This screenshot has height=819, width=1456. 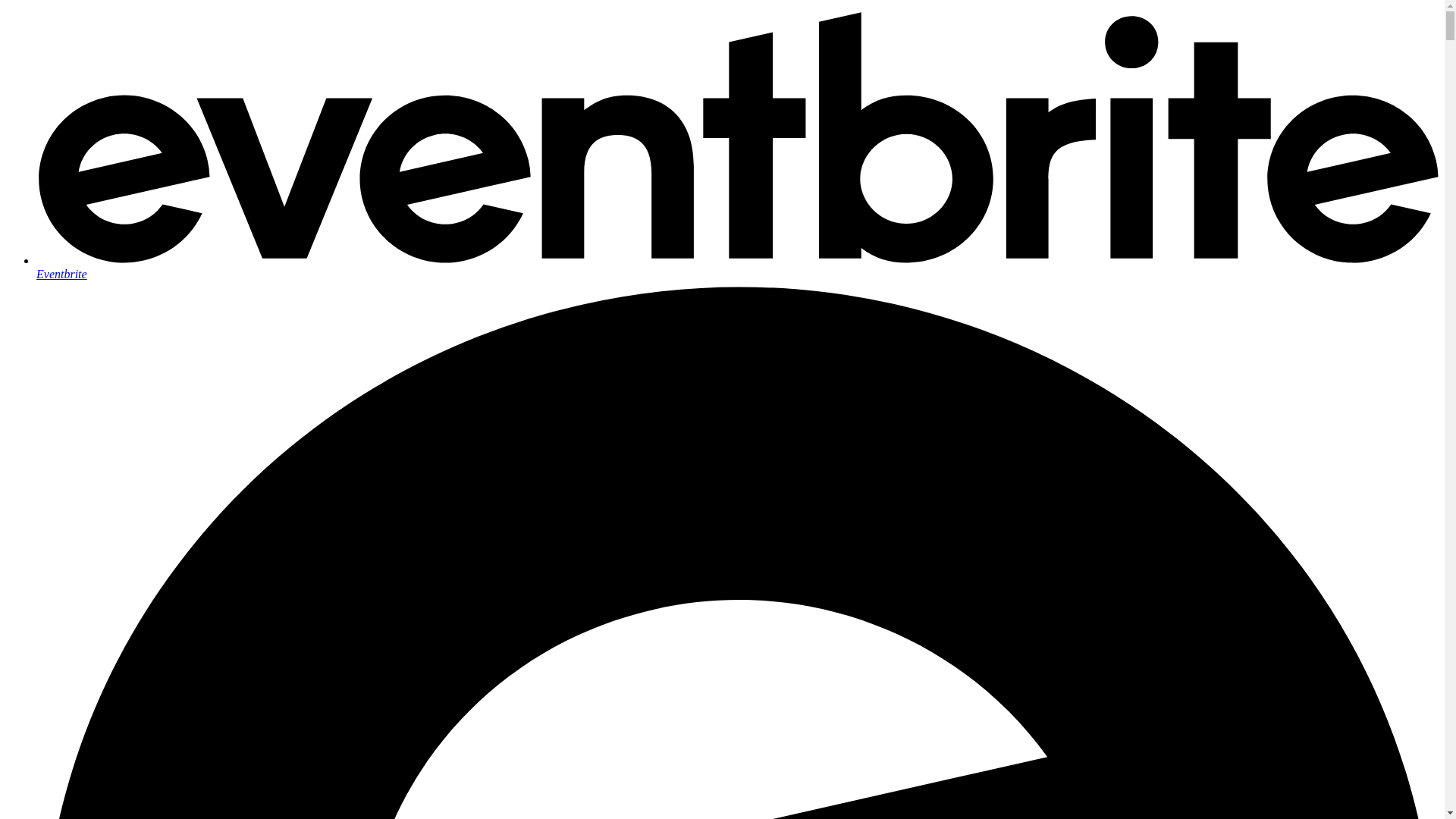 What do you see at coordinates (737, 266) in the screenshot?
I see `'Eventbrite'` at bounding box center [737, 266].